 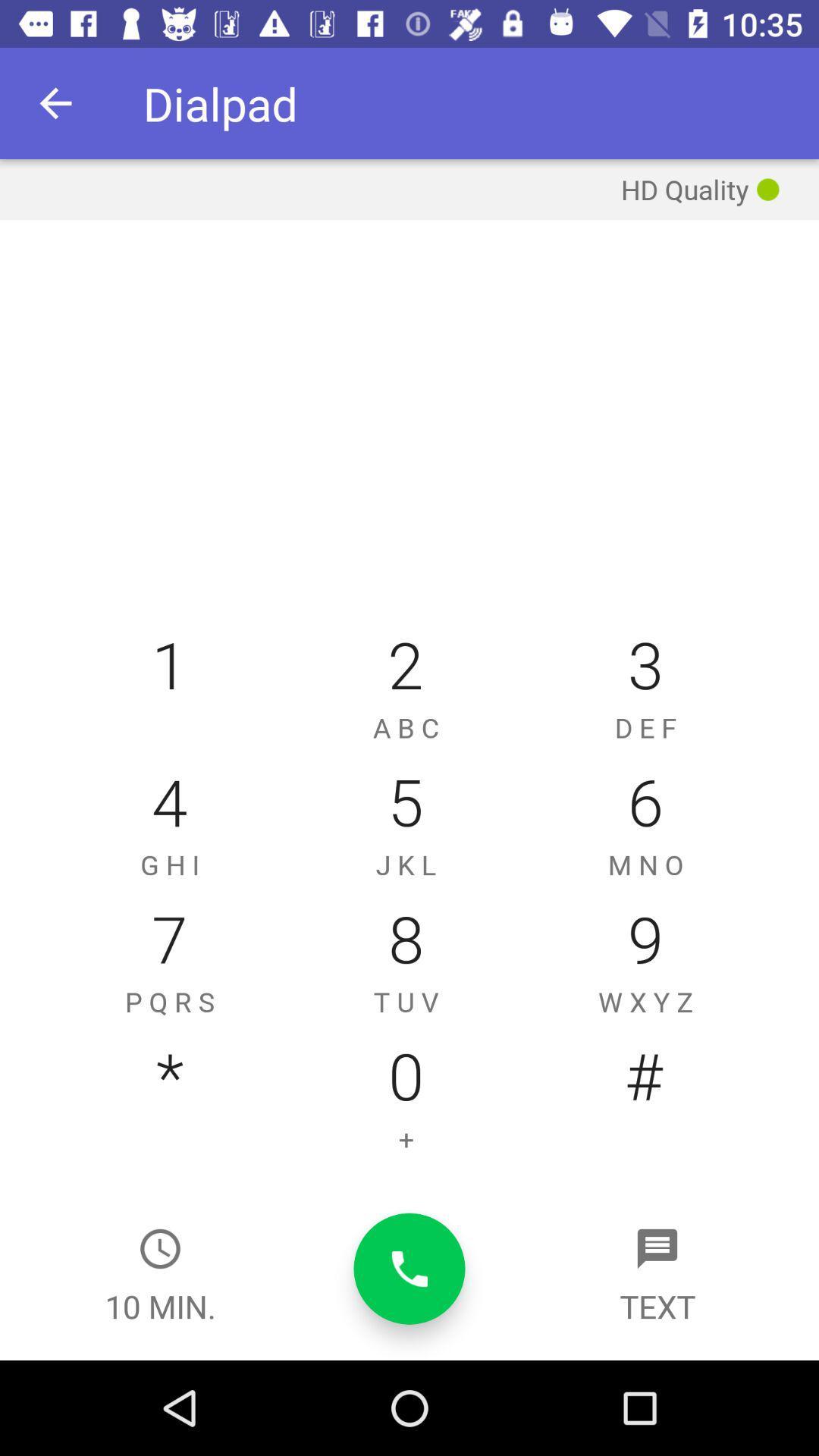 What do you see at coordinates (409, 1269) in the screenshot?
I see `the call icon` at bounding box center [409, 1269].